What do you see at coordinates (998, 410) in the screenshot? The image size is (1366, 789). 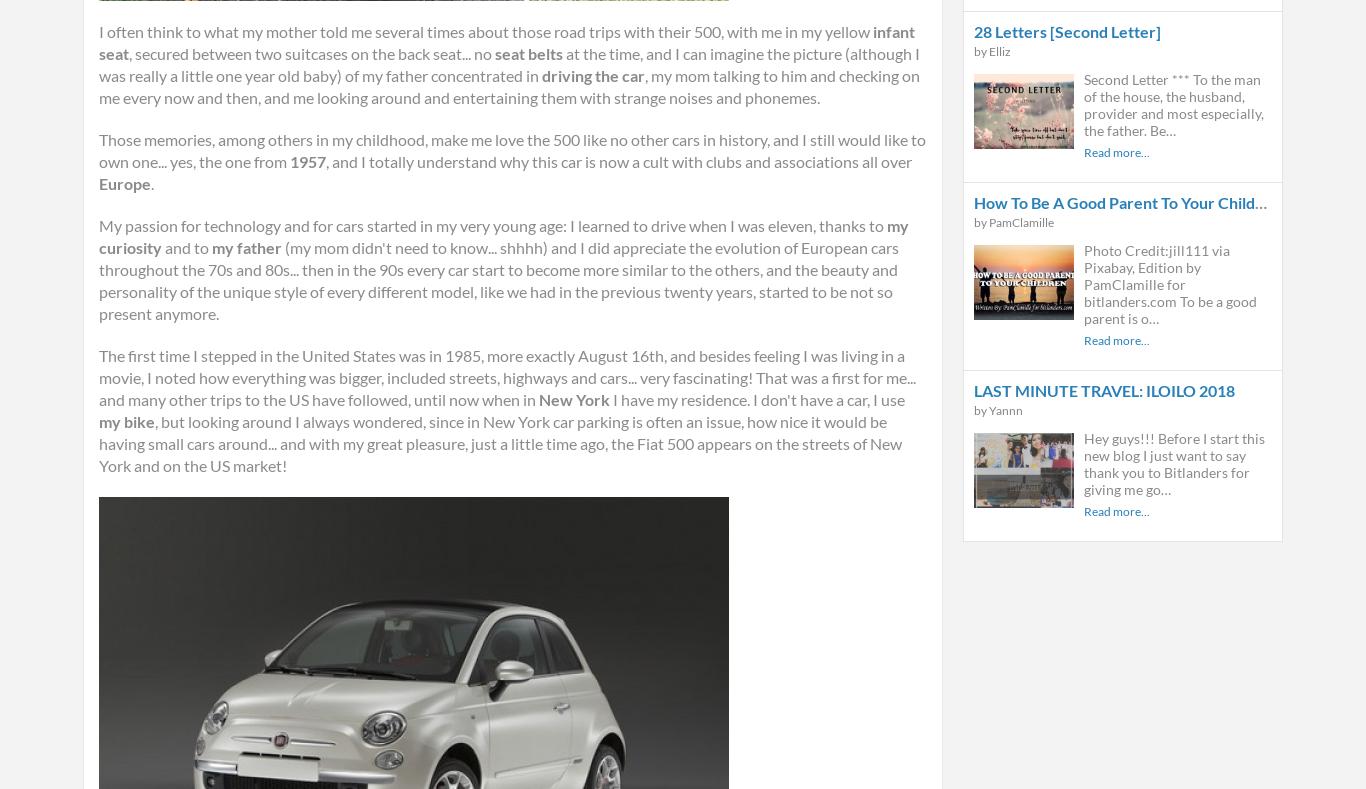 I see `'by Yannn'` at bounding box center [998, 410].